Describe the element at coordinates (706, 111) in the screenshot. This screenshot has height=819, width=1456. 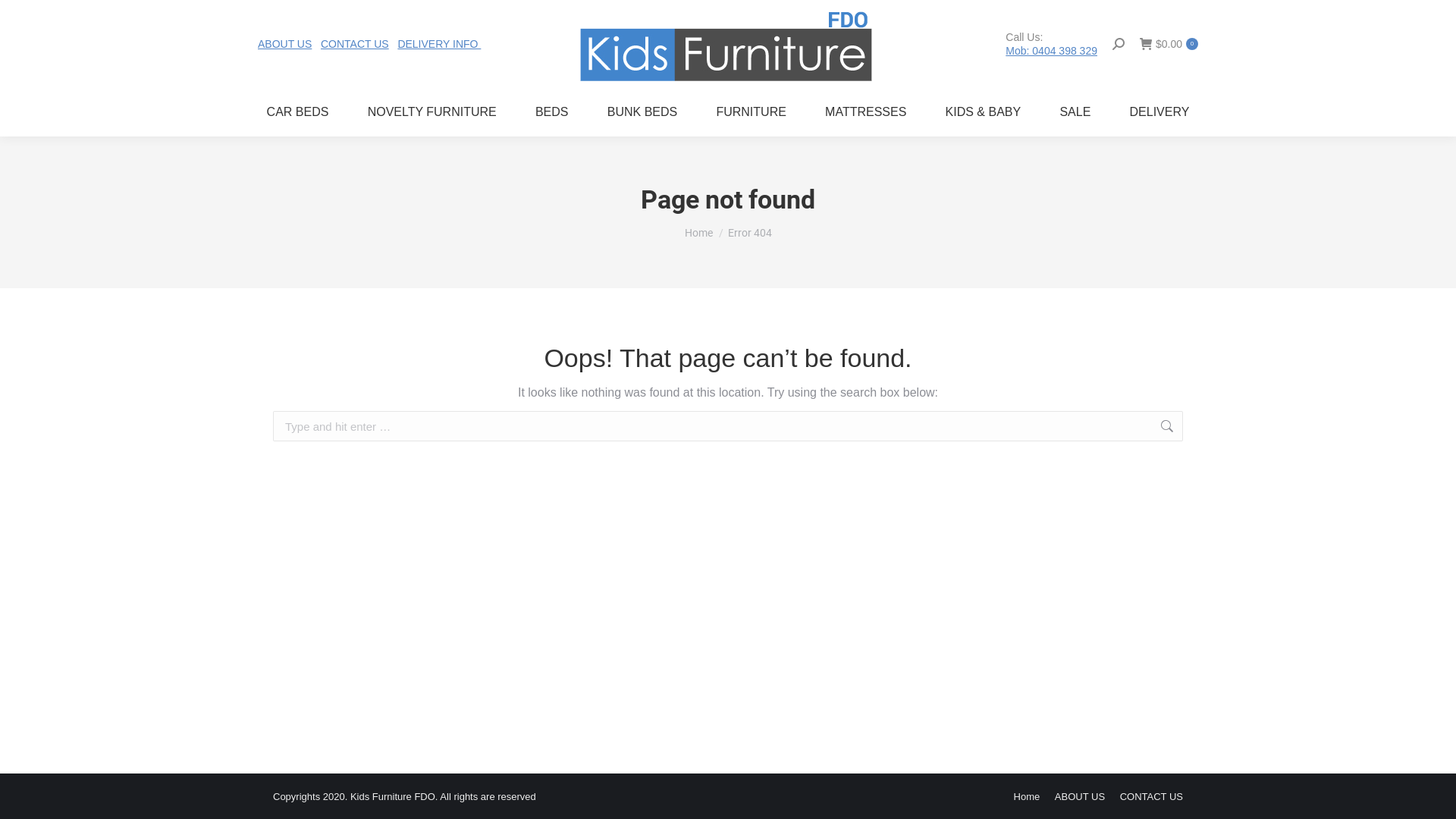
I see `'FURNITURE'` at that location.